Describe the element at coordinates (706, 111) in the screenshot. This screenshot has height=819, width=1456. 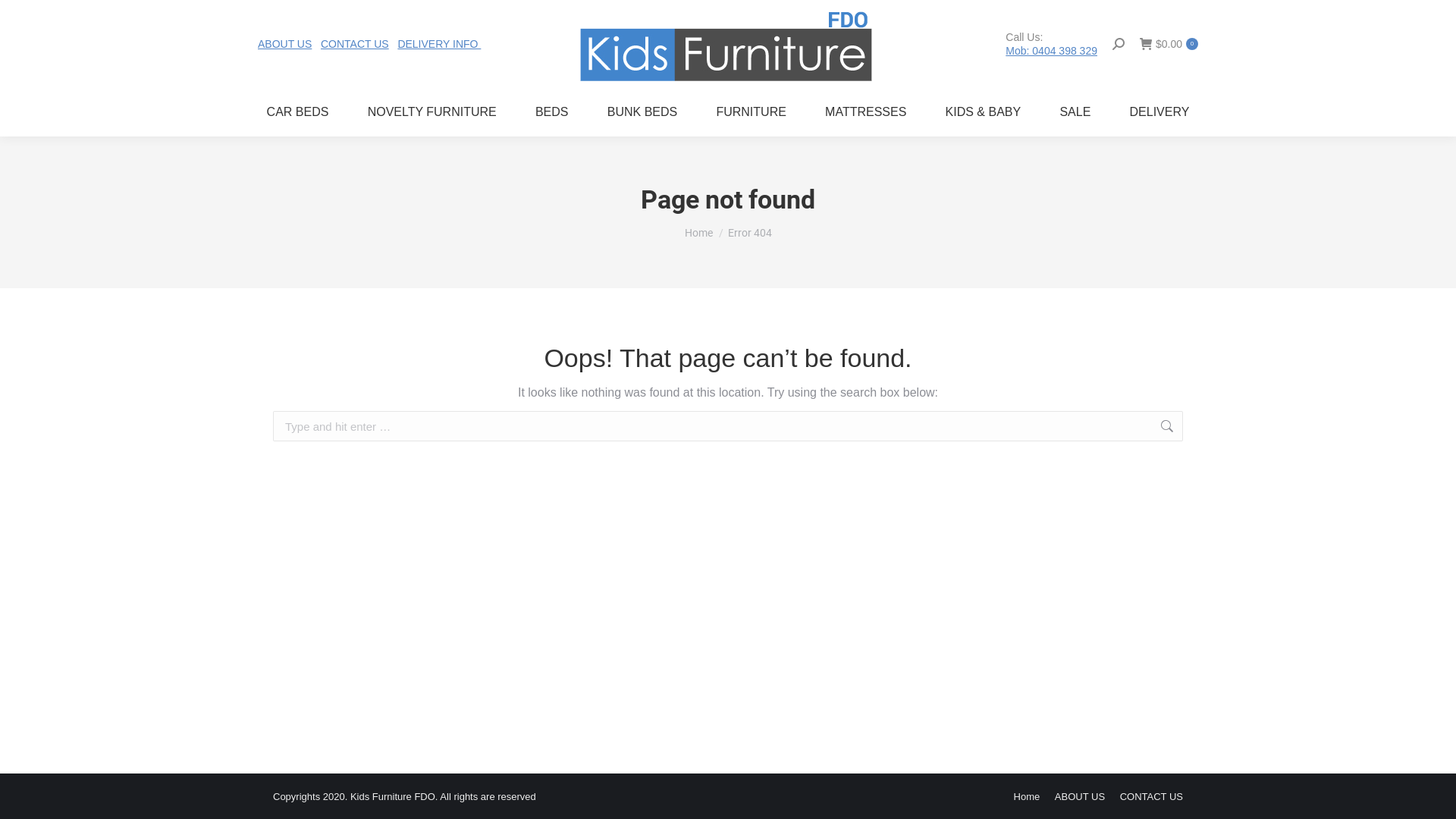
I see `'FURNITURE'` at that location.